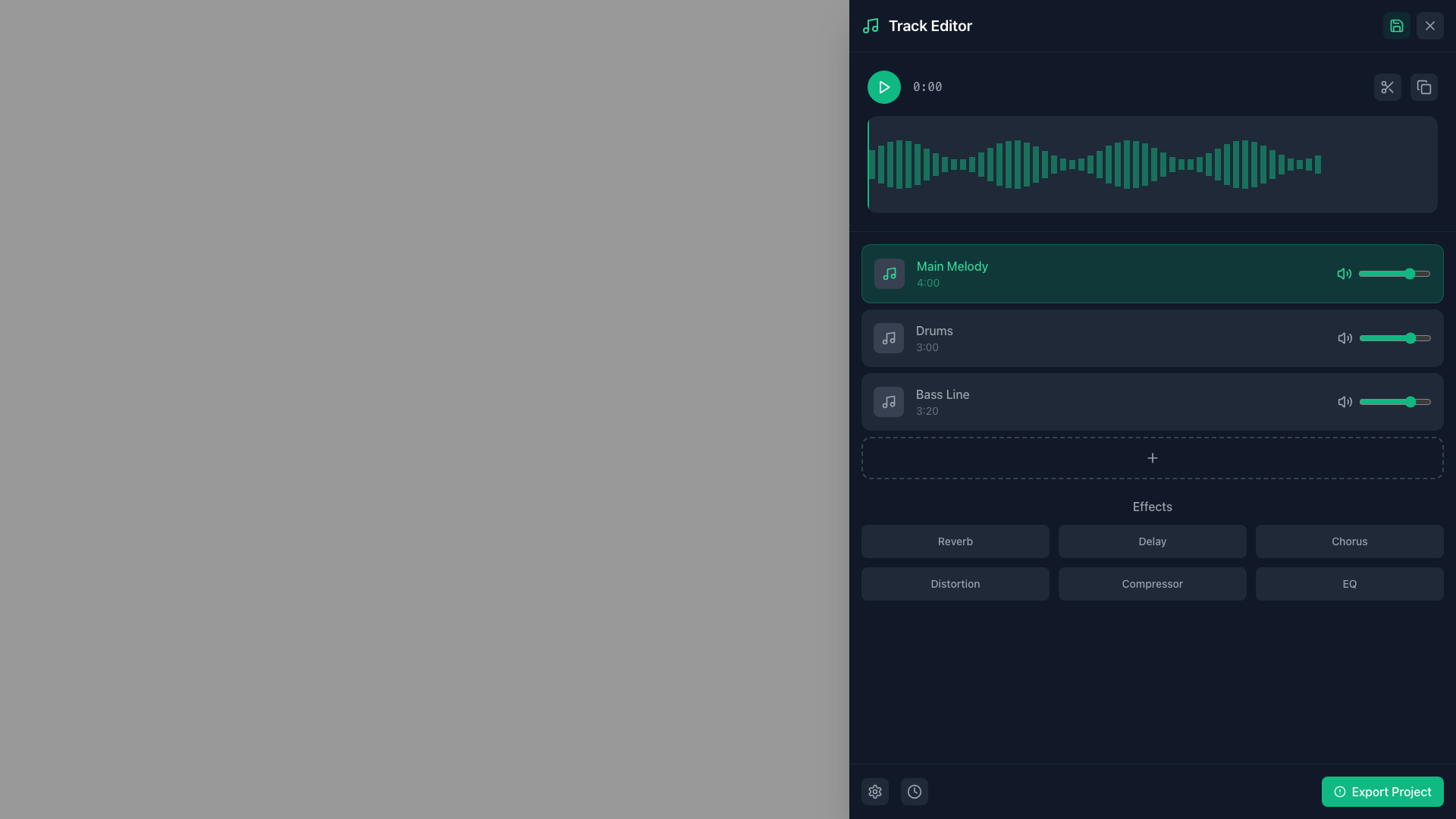  Describe the element at coordinates (1375, 337) in the screenshot. I see `the volume slider` at that location.